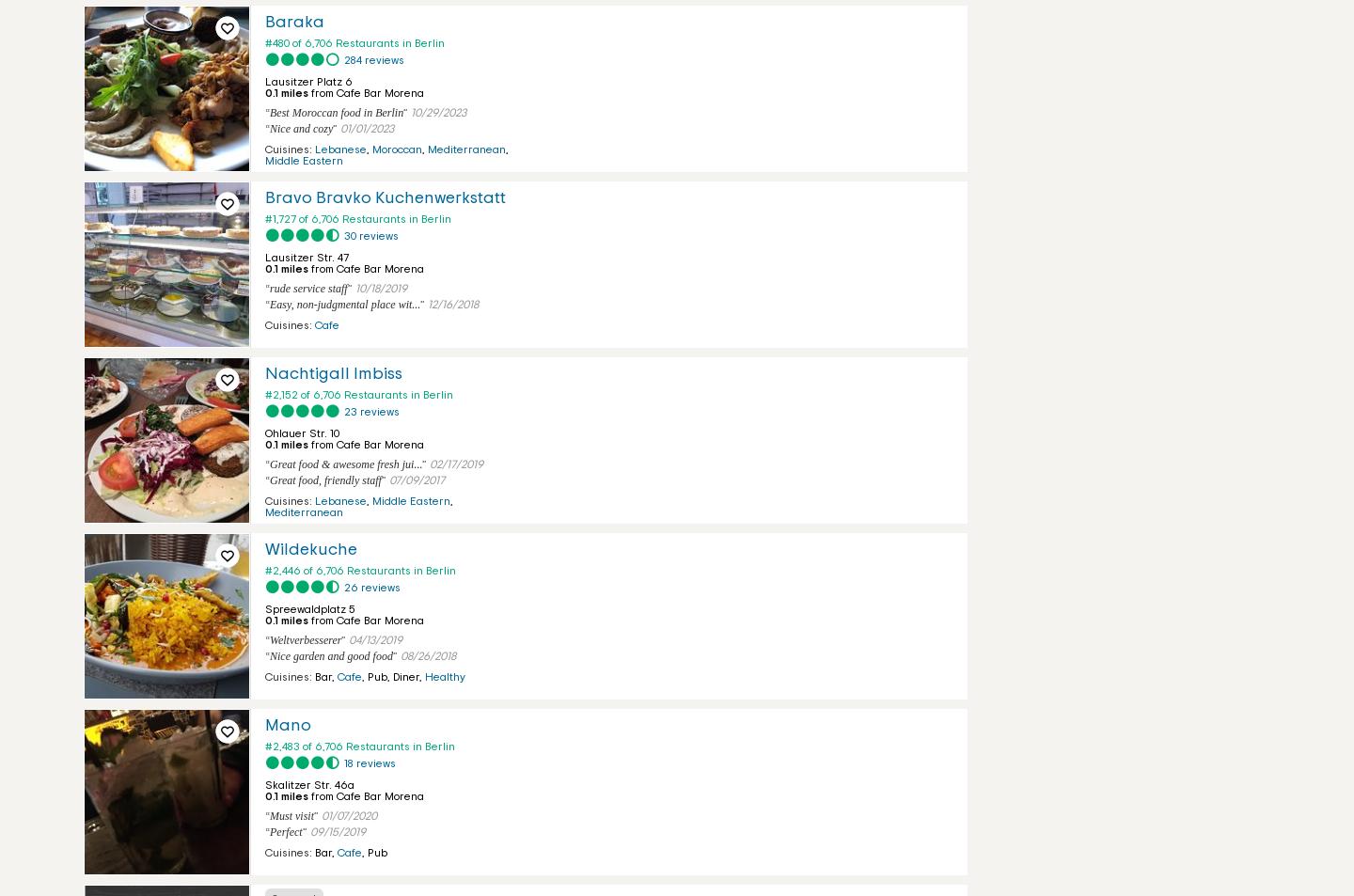  What do you see at coordinates (392, 676) in the screenshot?
I see `', Pub, Diner,'` at bounding box center [392, 676].